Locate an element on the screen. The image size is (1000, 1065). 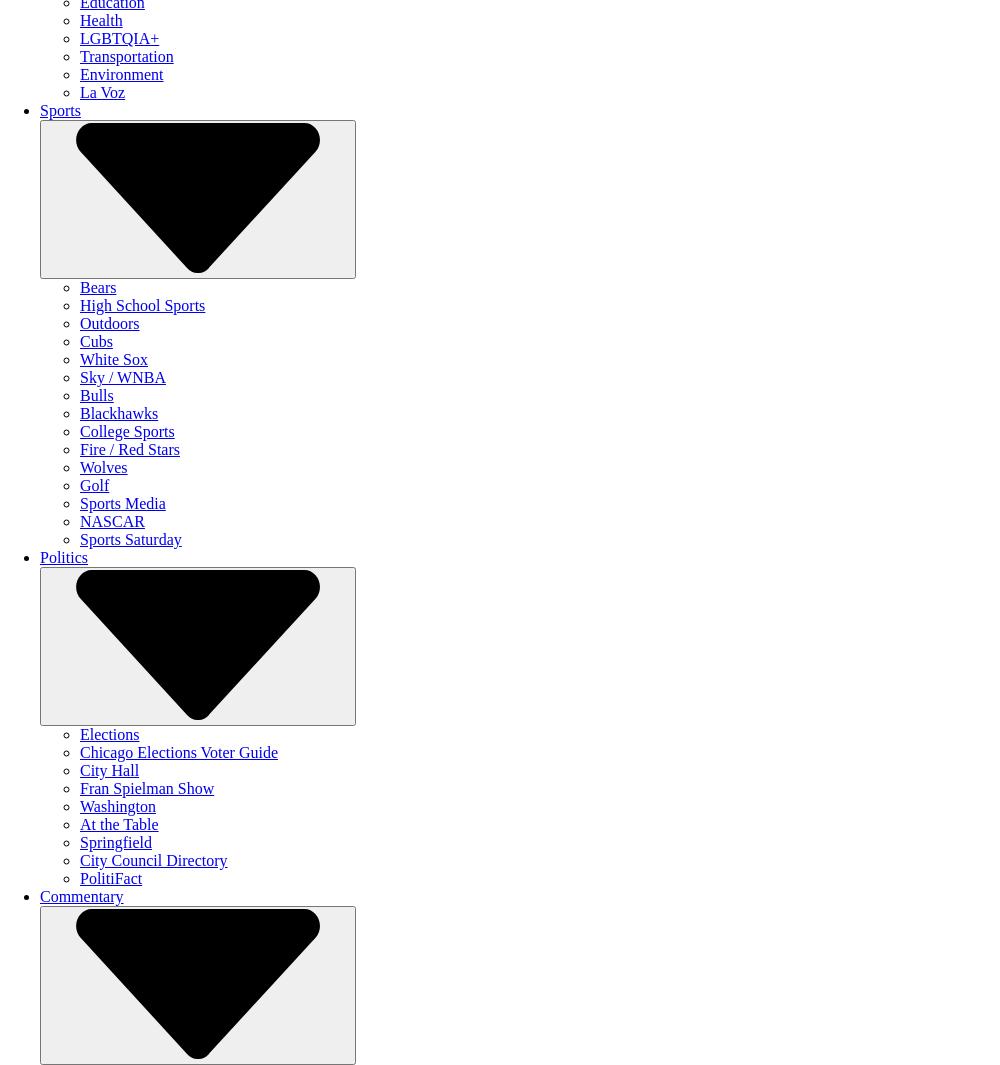
'Cubs' is located at coordinates (79, 340).